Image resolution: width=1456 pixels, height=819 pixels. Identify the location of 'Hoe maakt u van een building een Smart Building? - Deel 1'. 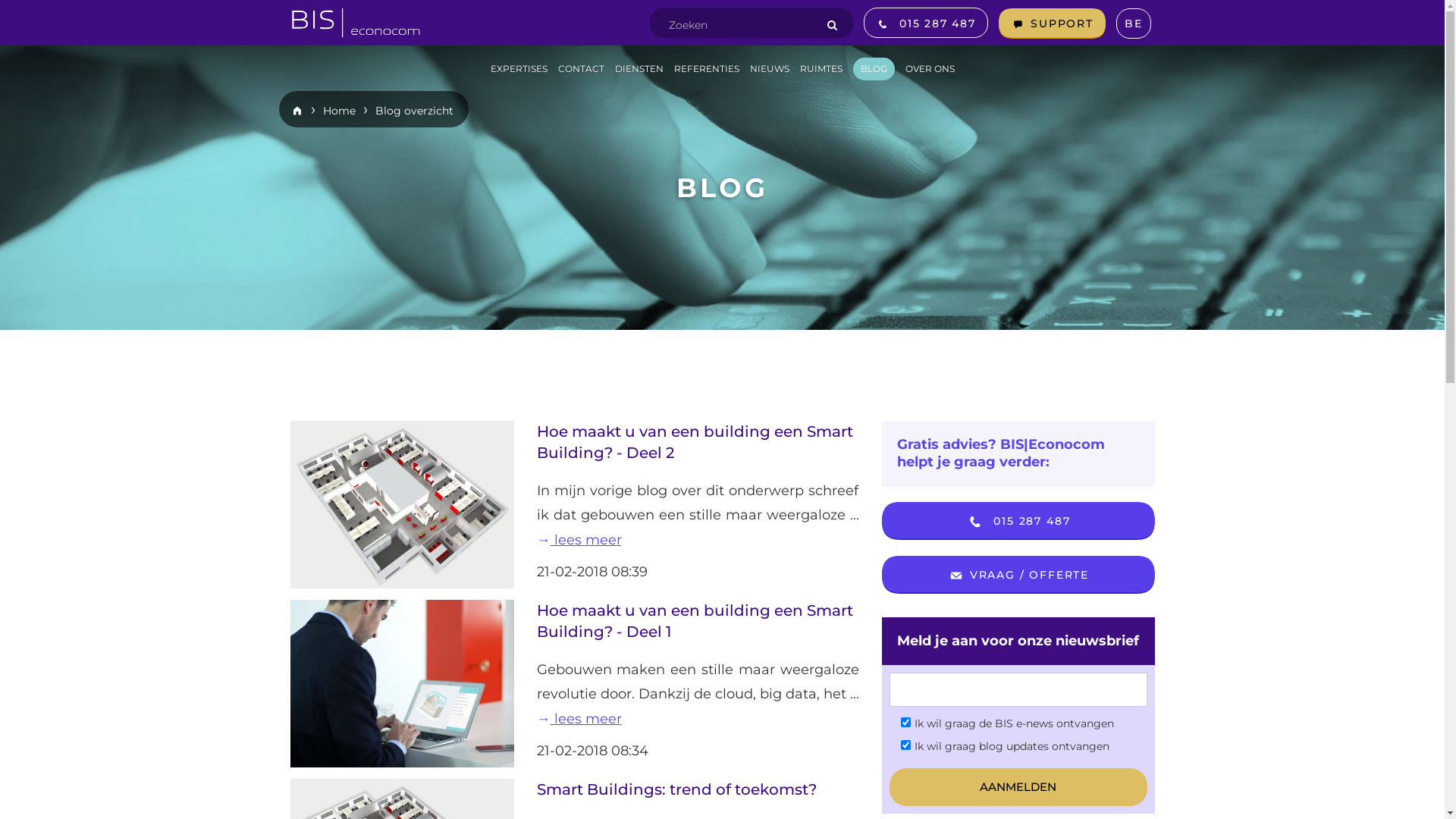
(694, 620).